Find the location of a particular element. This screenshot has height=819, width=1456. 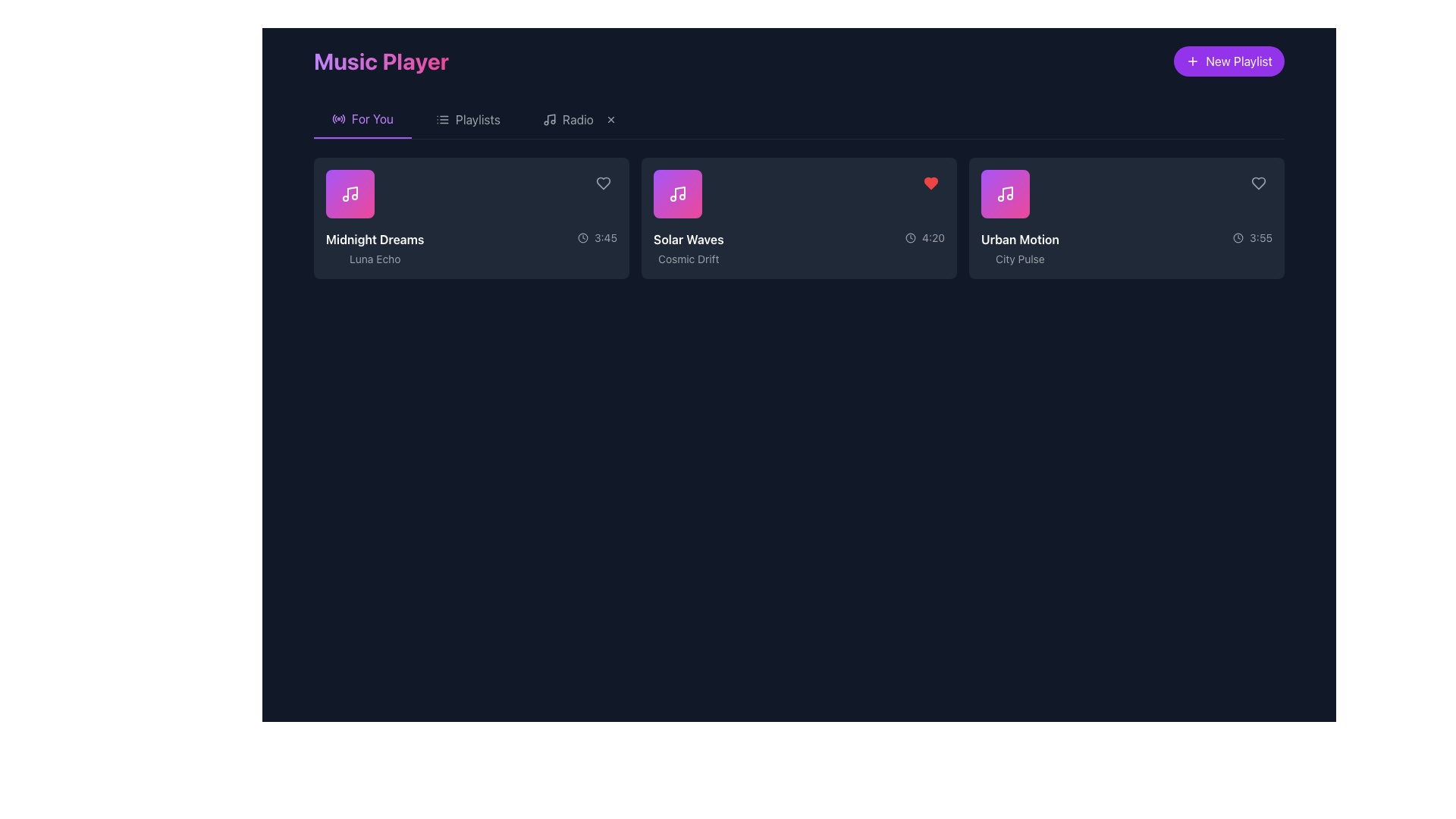

the 'New Playlist' button icon, which visually indicates the purpose of creating a new playlist is located at coordinates (1192, 61).